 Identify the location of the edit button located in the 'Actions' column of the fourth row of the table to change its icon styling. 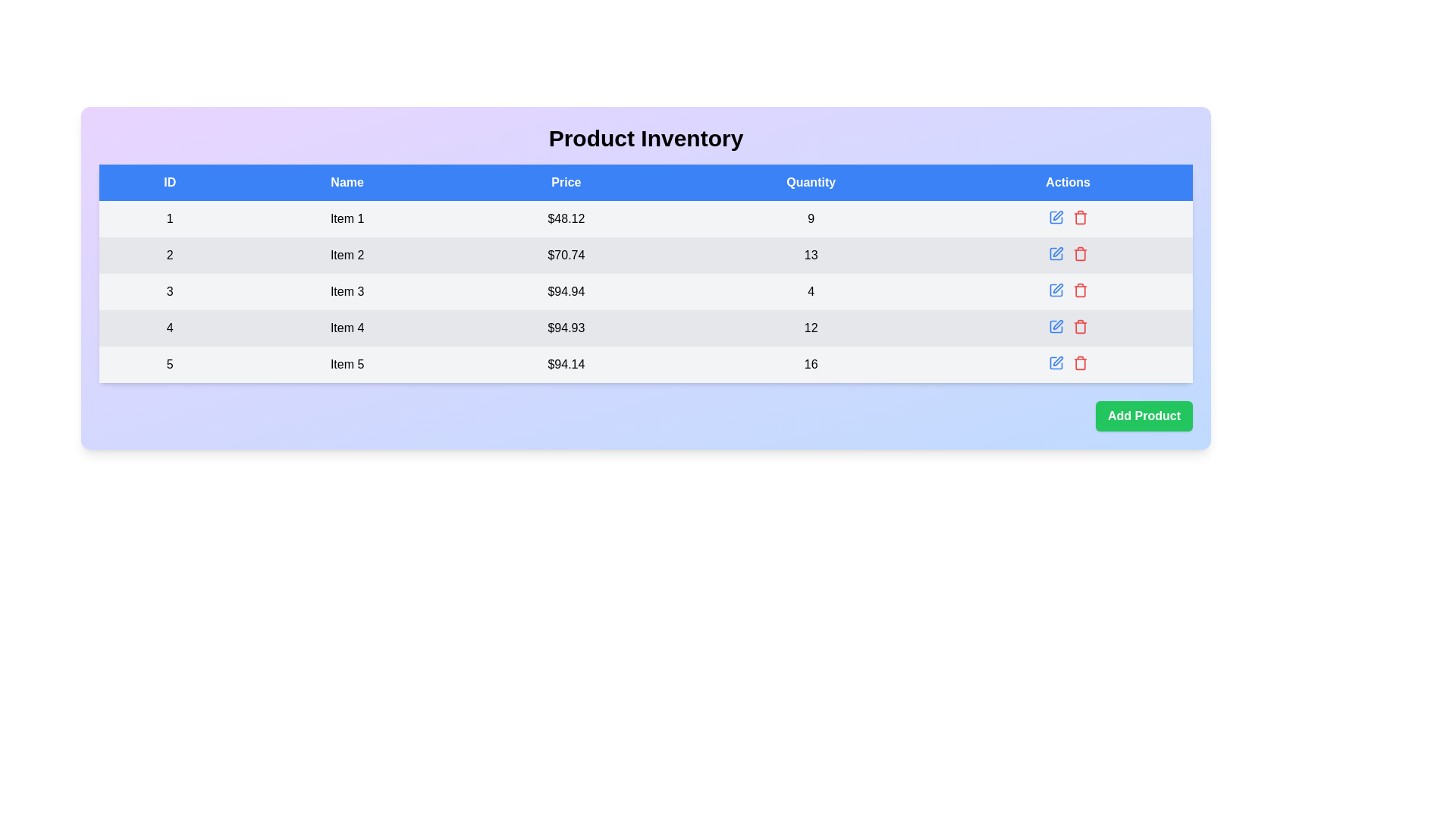
(1055, 326).